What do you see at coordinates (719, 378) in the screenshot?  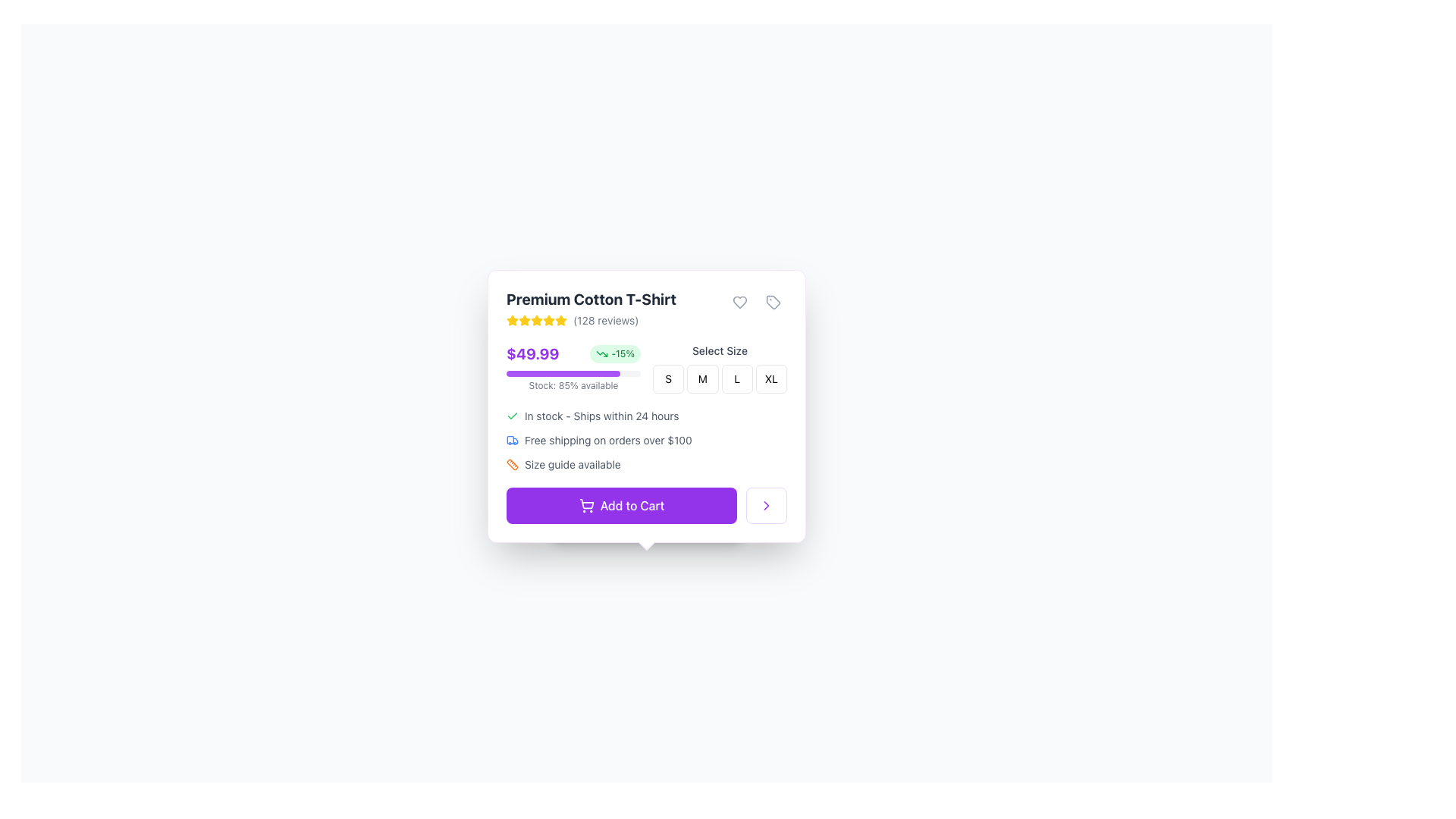 I see `the 'M' button in the size-selection widget` at bounding box center [719, 378].